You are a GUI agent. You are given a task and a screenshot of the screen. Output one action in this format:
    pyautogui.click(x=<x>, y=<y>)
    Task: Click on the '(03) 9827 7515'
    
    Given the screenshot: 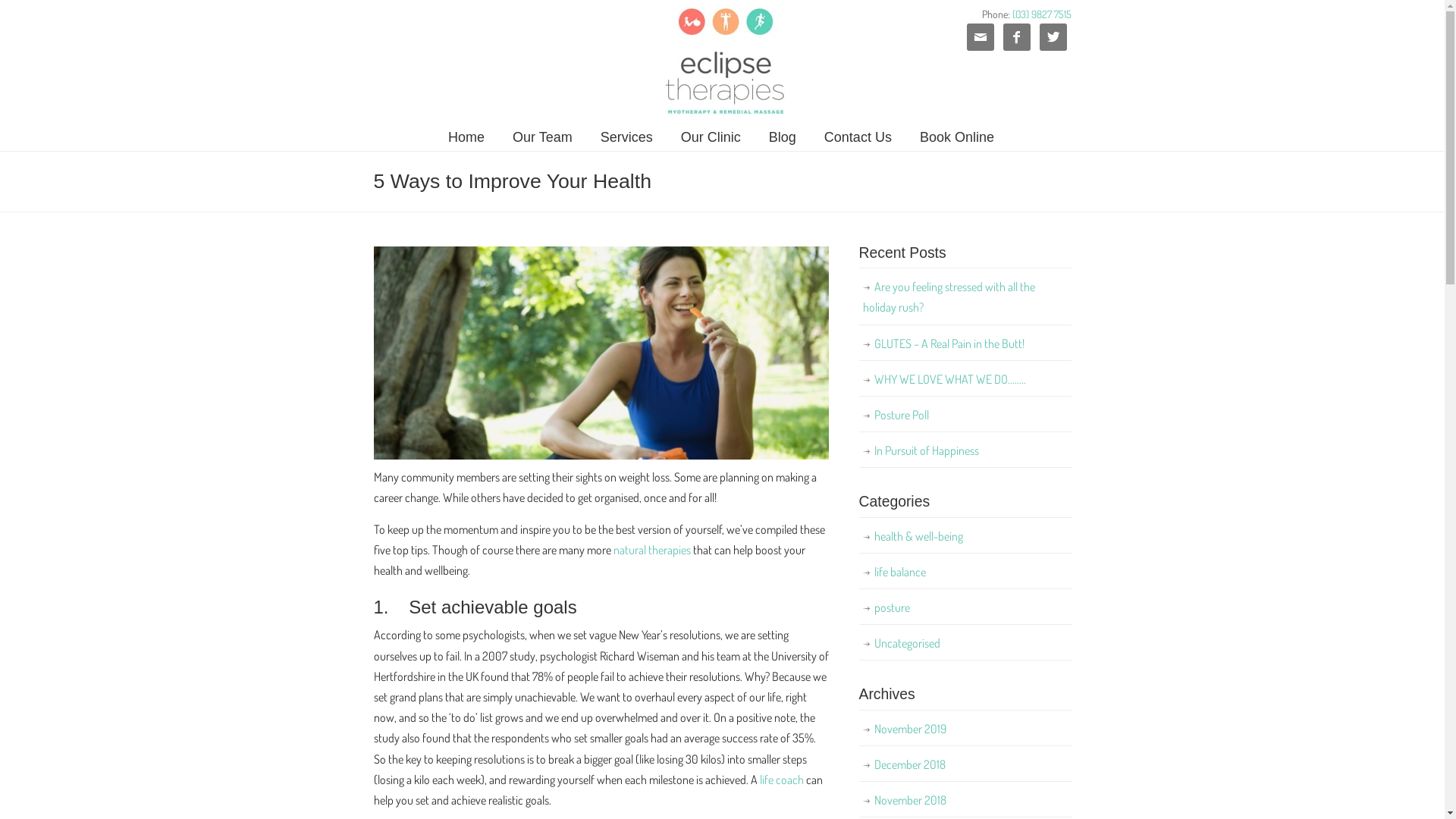 What is the action you would take?
    pyautogui.click(x=1040, y=14)
    